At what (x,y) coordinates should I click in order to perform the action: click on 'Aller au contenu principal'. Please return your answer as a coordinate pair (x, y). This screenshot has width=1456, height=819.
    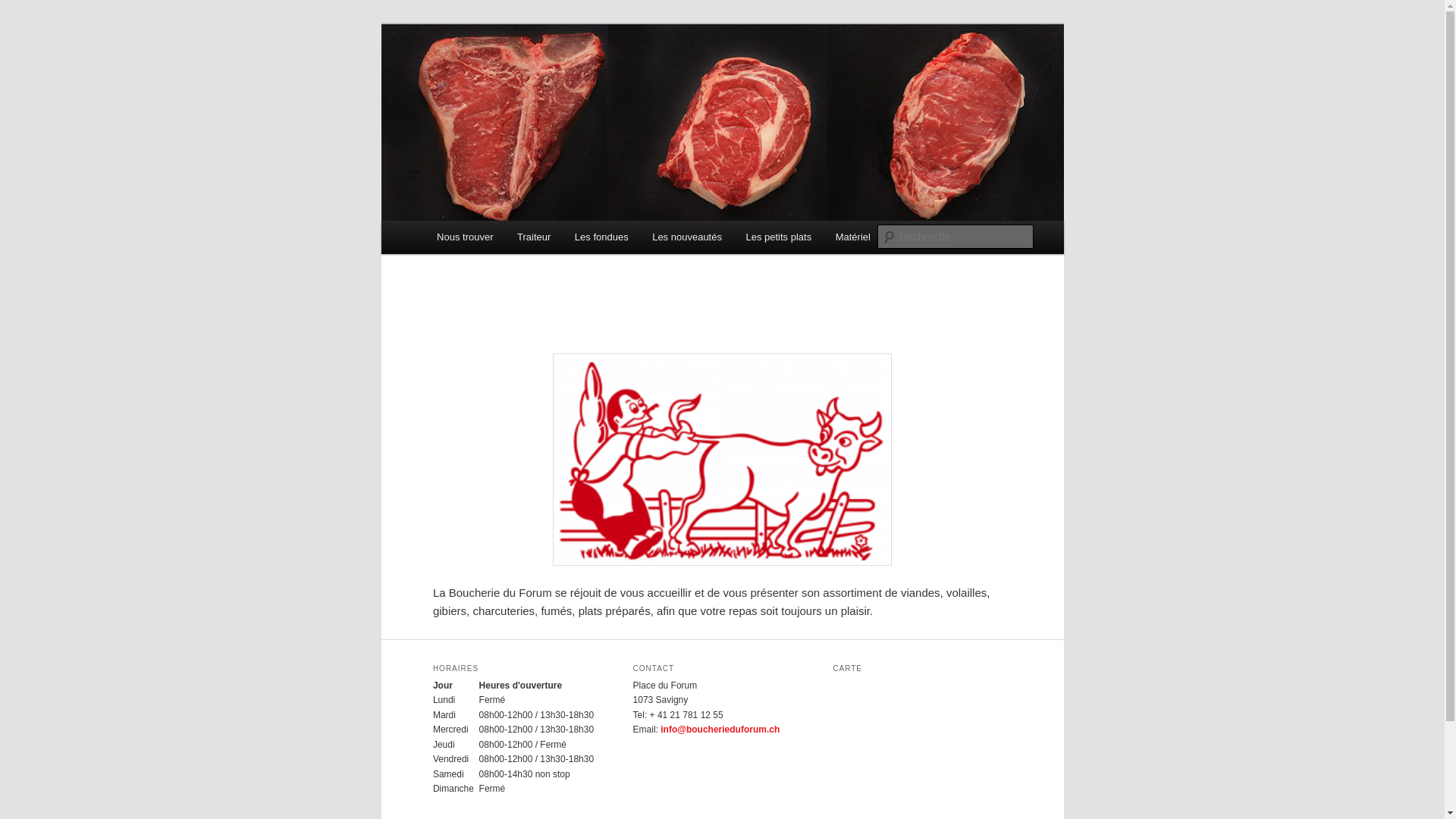
    Looking at the image, I should click on (23, 23).